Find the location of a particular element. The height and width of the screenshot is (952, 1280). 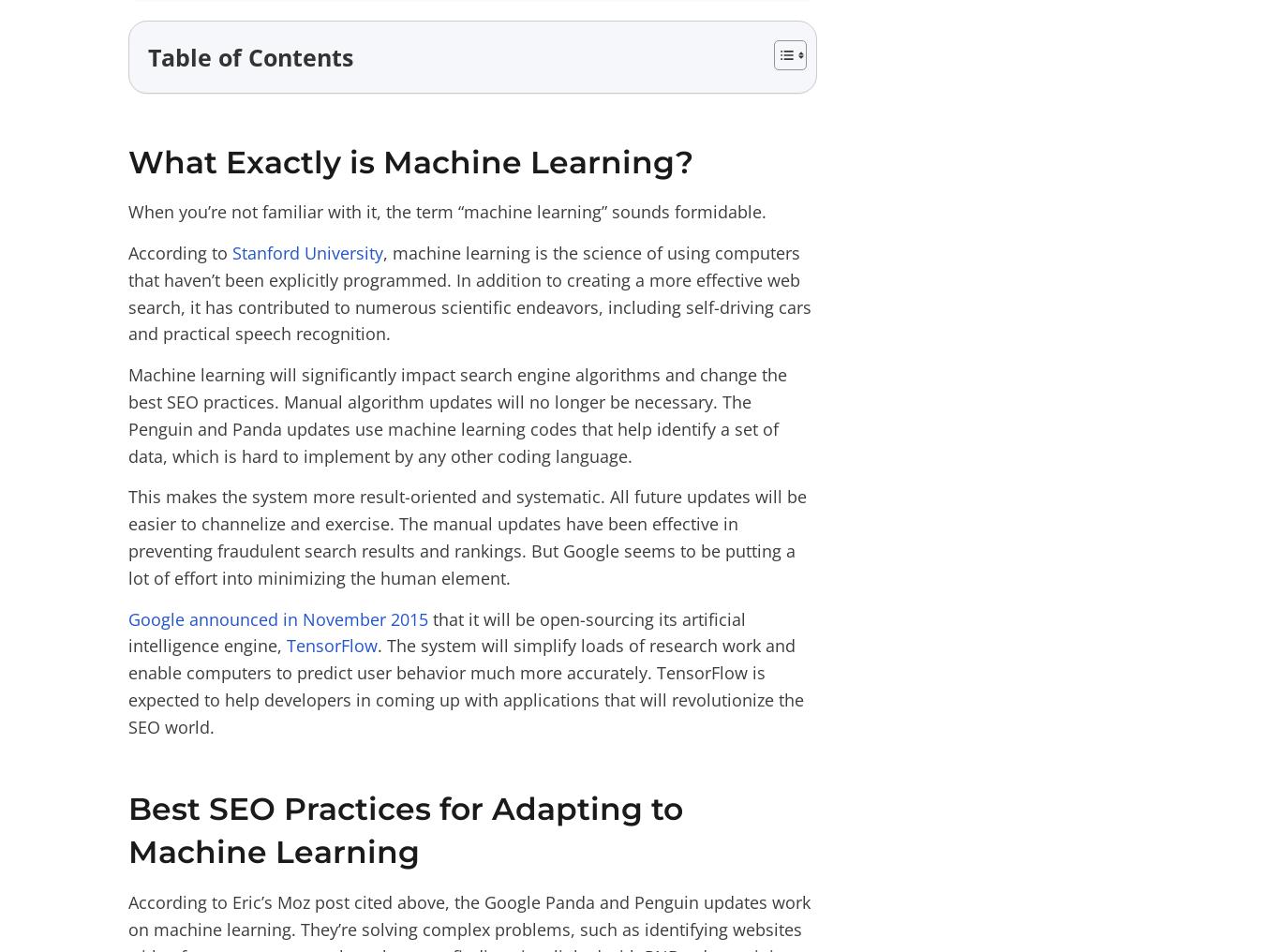

'This makes the system more result-oriented and systematic. All future updates will be easier to channelize and exercise. The manual updates have been effective in preventing fraudulent search results and rankings. But Google seems to be putting a lot of effort into minimizing the human element.' is located at coordinates (467, 537).